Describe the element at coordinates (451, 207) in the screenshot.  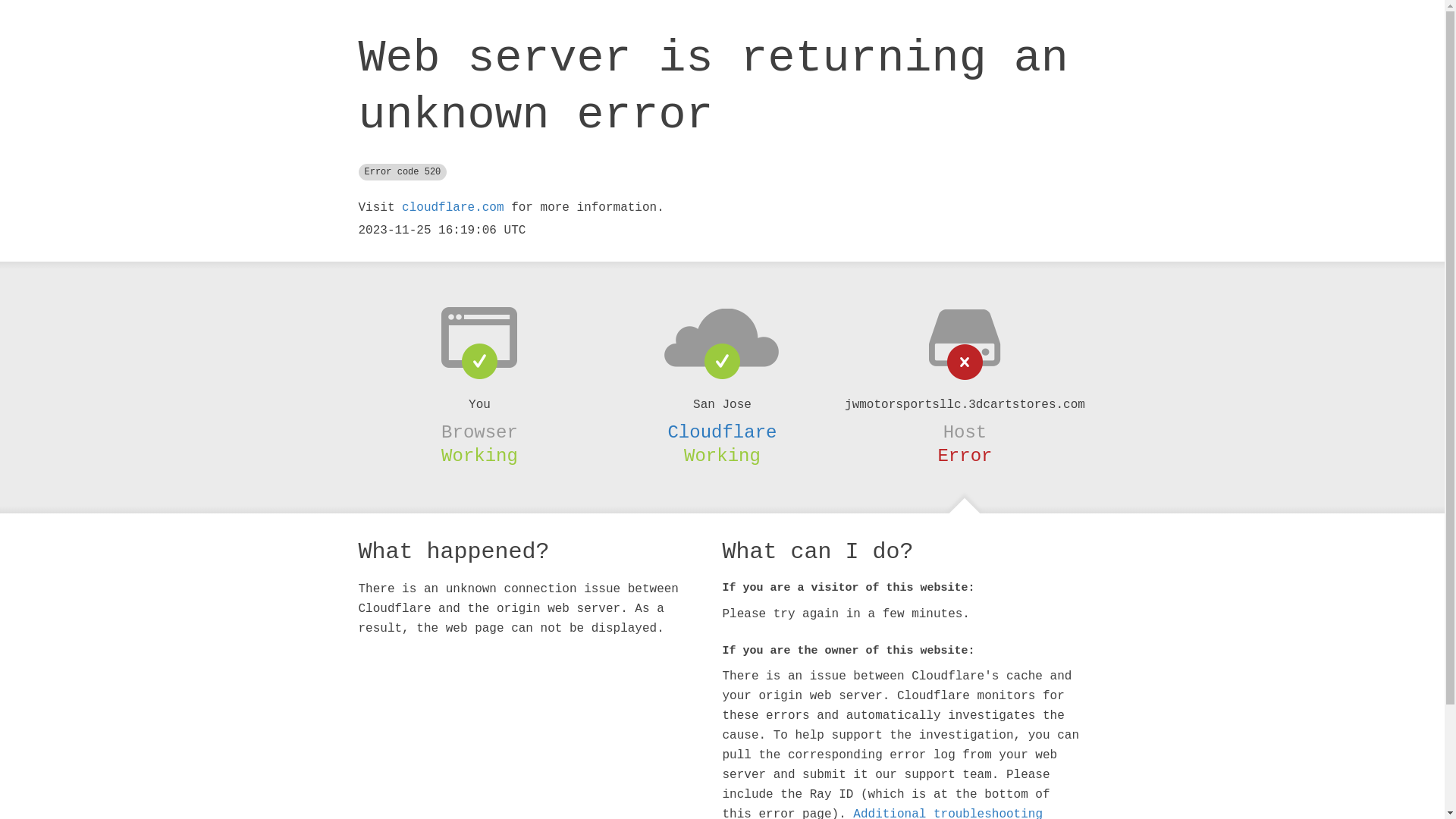
I see `'cloudflare.com'` at that location.